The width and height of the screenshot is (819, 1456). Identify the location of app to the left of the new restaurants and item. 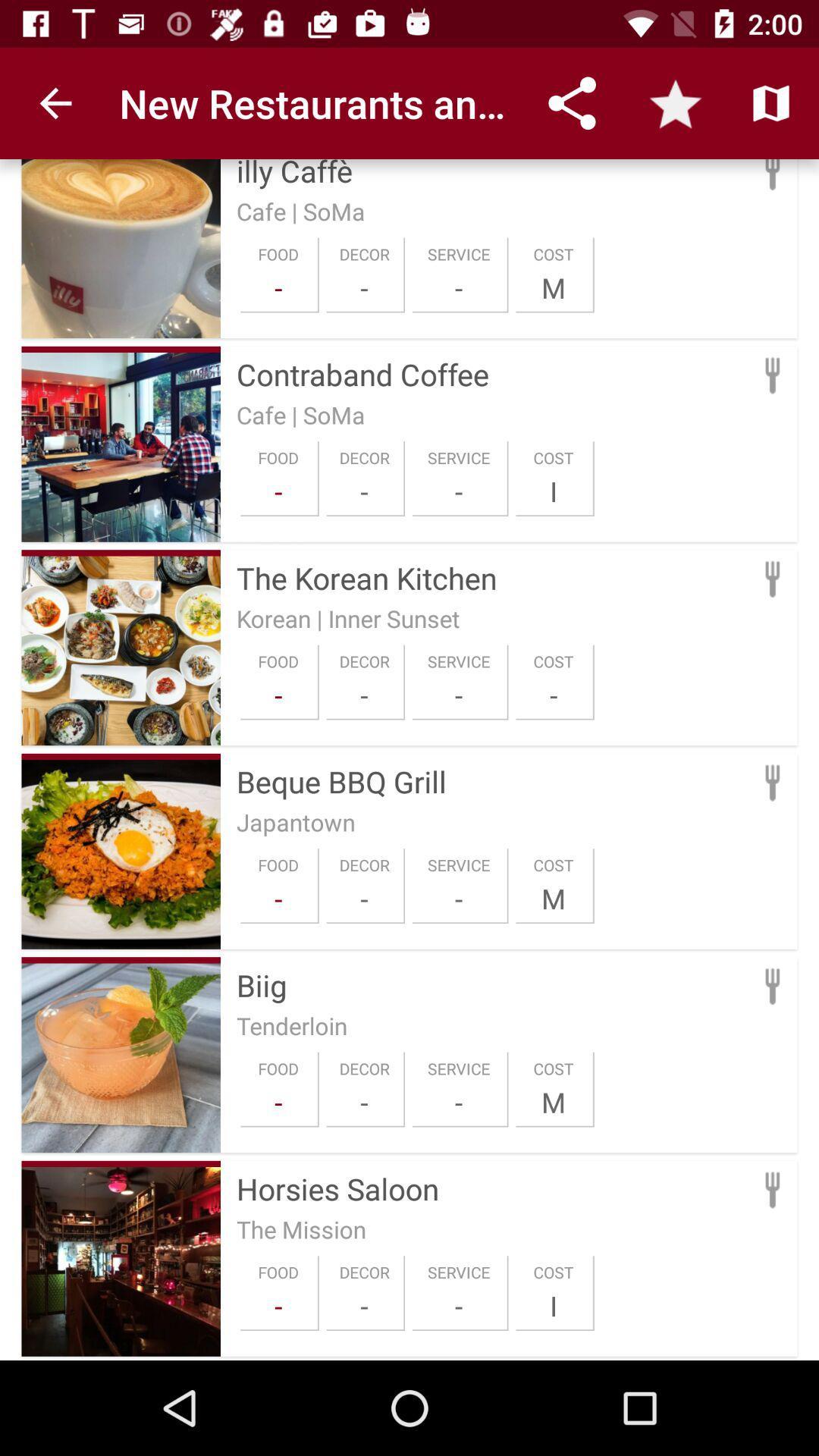
(55, 102).